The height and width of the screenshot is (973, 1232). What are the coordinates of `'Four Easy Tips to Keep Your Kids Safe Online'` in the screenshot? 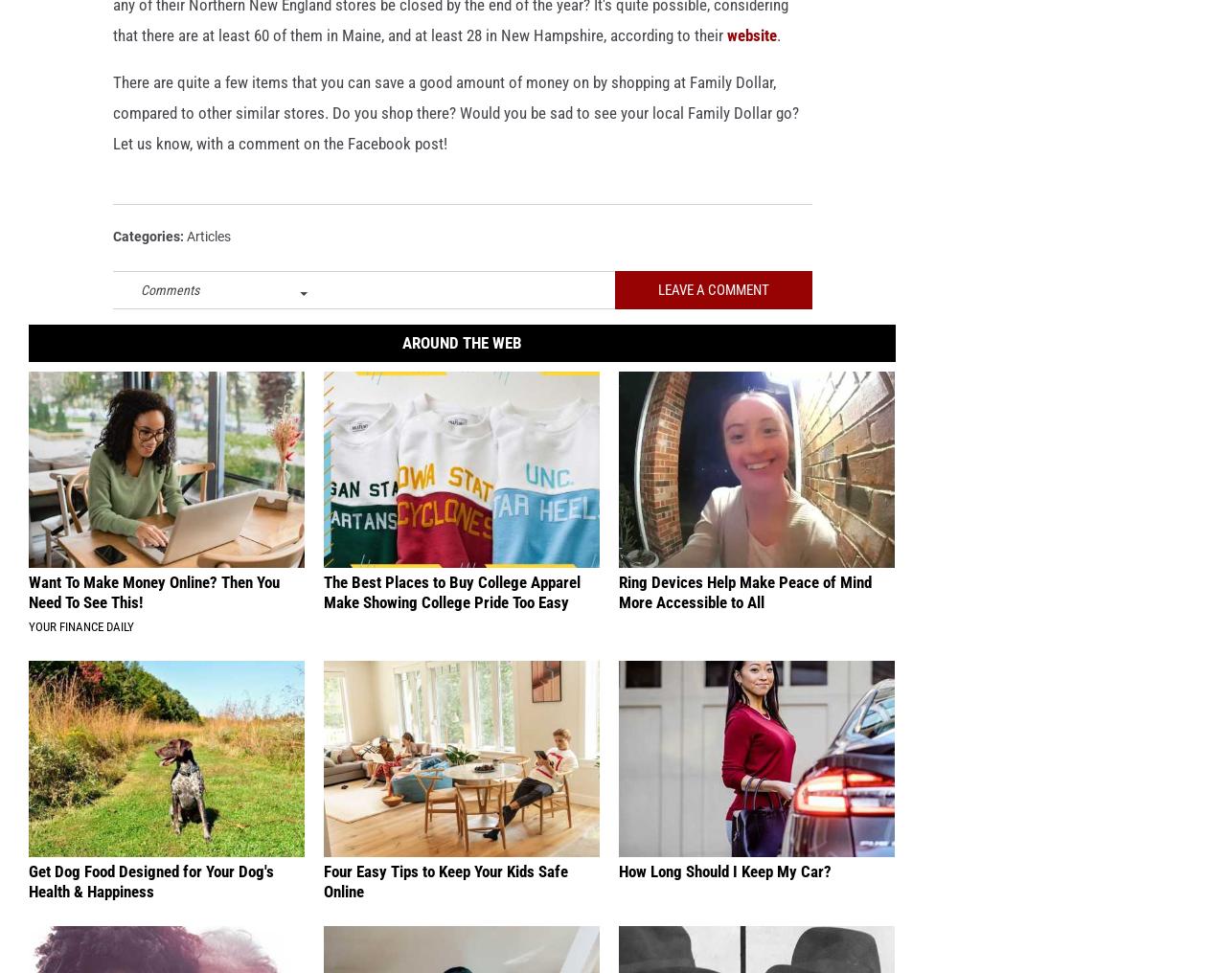 It's located at (445, 910).